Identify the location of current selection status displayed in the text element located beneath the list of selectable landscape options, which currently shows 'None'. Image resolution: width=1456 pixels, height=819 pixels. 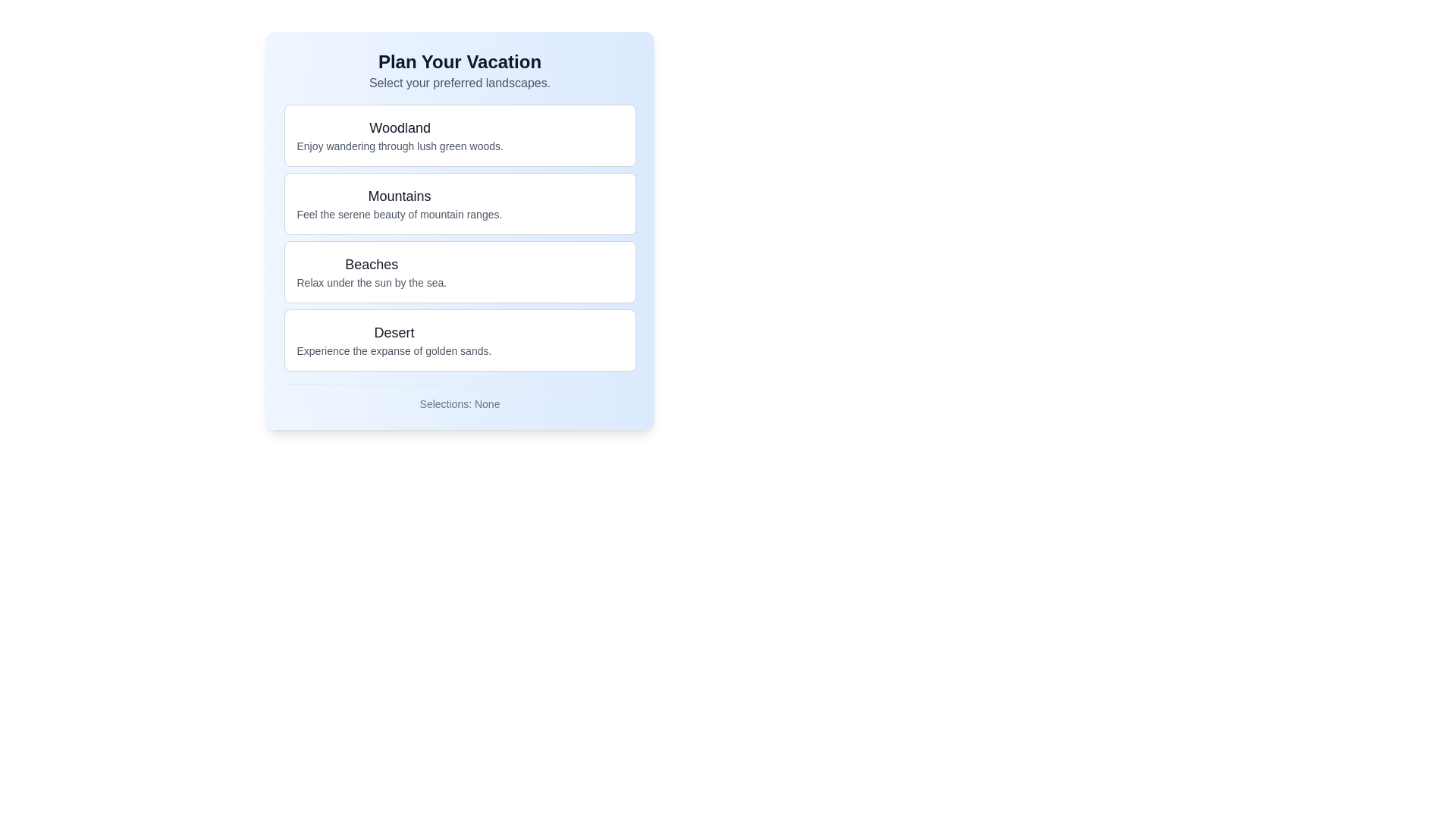
(459, 403).